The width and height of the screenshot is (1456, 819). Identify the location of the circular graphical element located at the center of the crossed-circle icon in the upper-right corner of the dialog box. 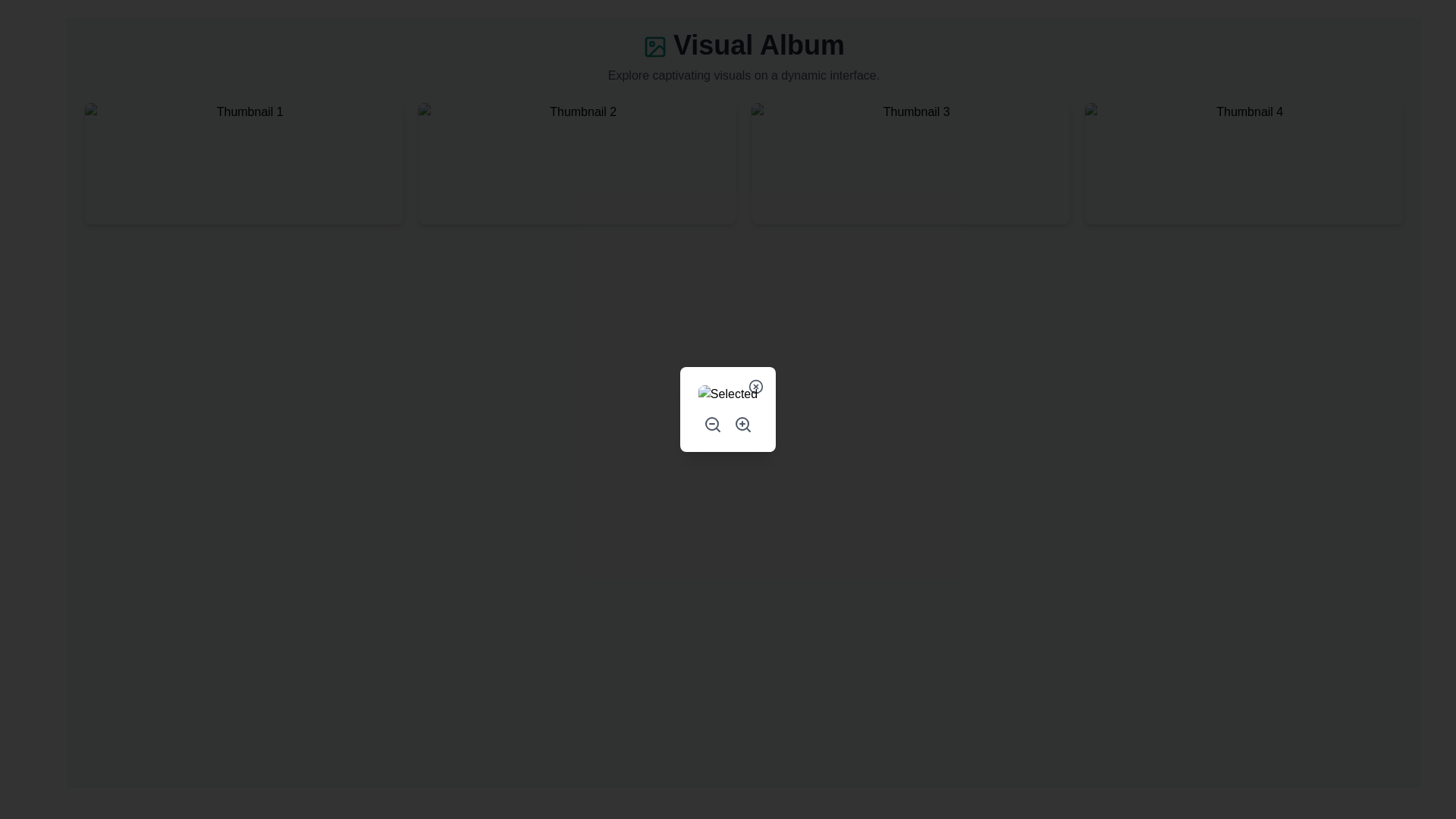
(756, 385).